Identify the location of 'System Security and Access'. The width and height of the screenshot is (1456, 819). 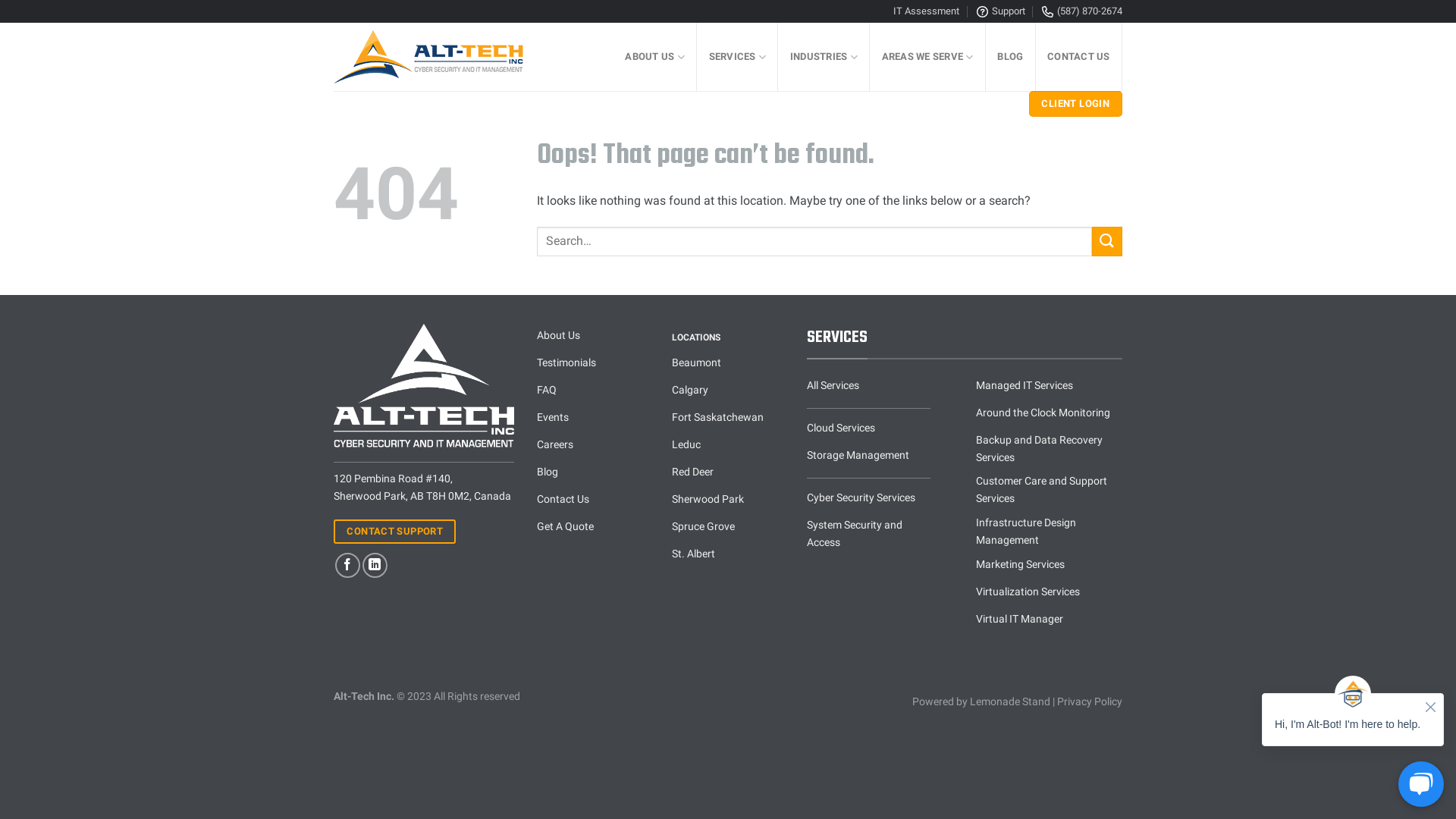
(868, 533).